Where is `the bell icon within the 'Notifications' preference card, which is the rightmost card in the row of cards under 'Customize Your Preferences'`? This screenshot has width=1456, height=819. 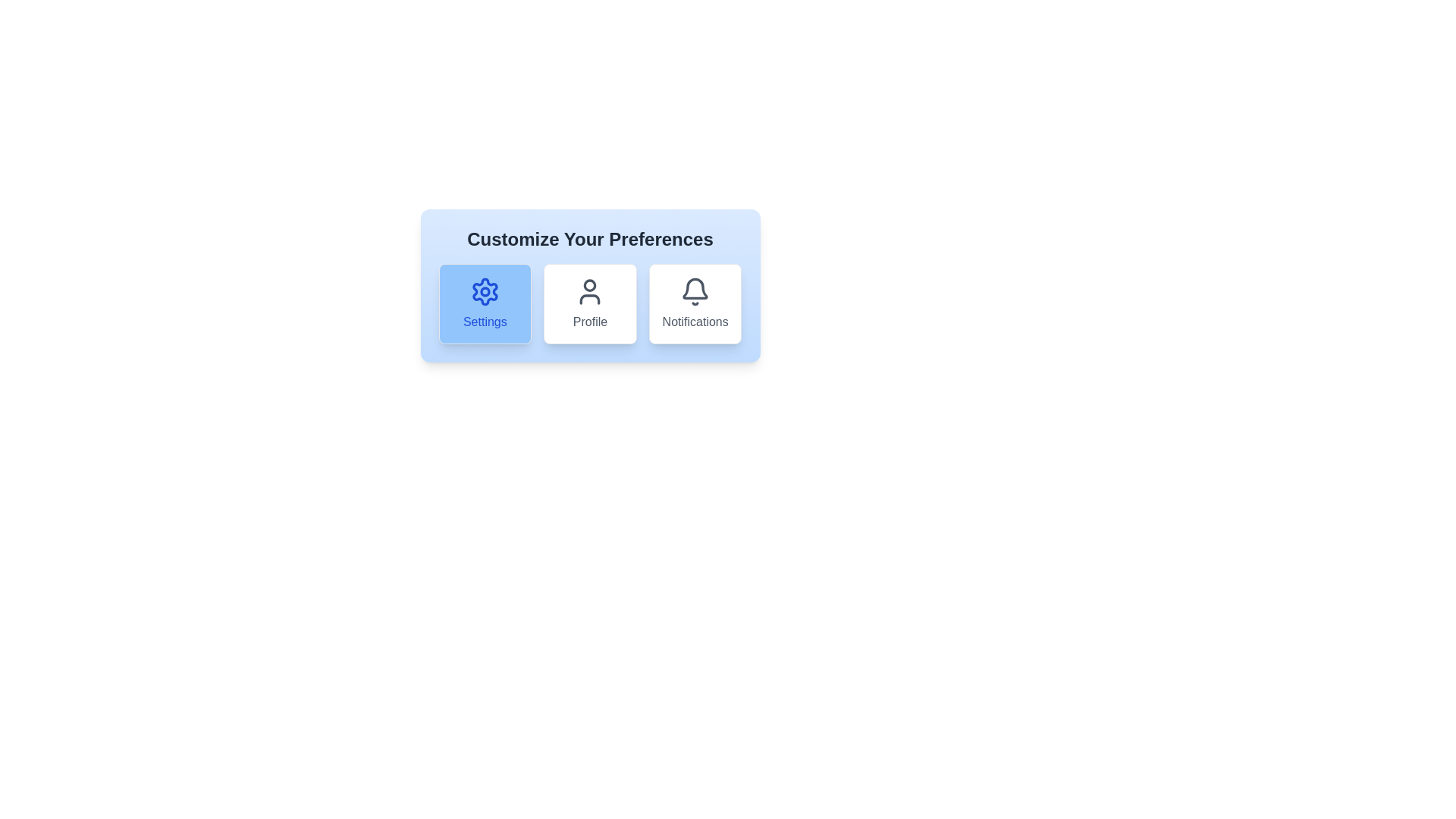 the bell icon within the 'Notifications' preference card, which is the rightmost card in the row of cards under 'Customize Your Preferences' is located at coordinates (695, 292).